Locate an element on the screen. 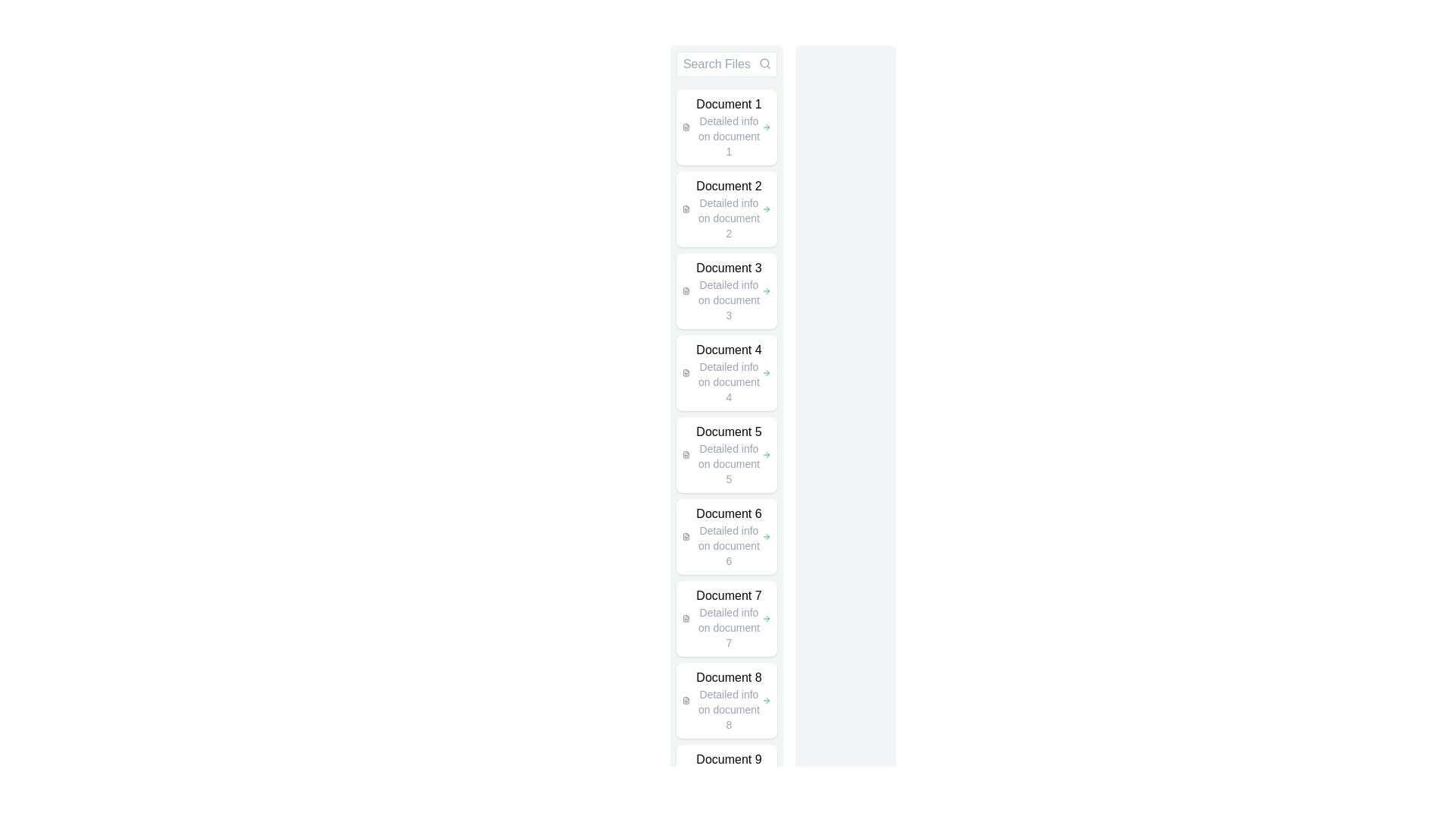 This screenshot has width=1456, height=819. the text label element containing 'Detailed info on document 2', which is positioned below the 'Document 2' title in a vertical list is located at coordinates (729, 218).